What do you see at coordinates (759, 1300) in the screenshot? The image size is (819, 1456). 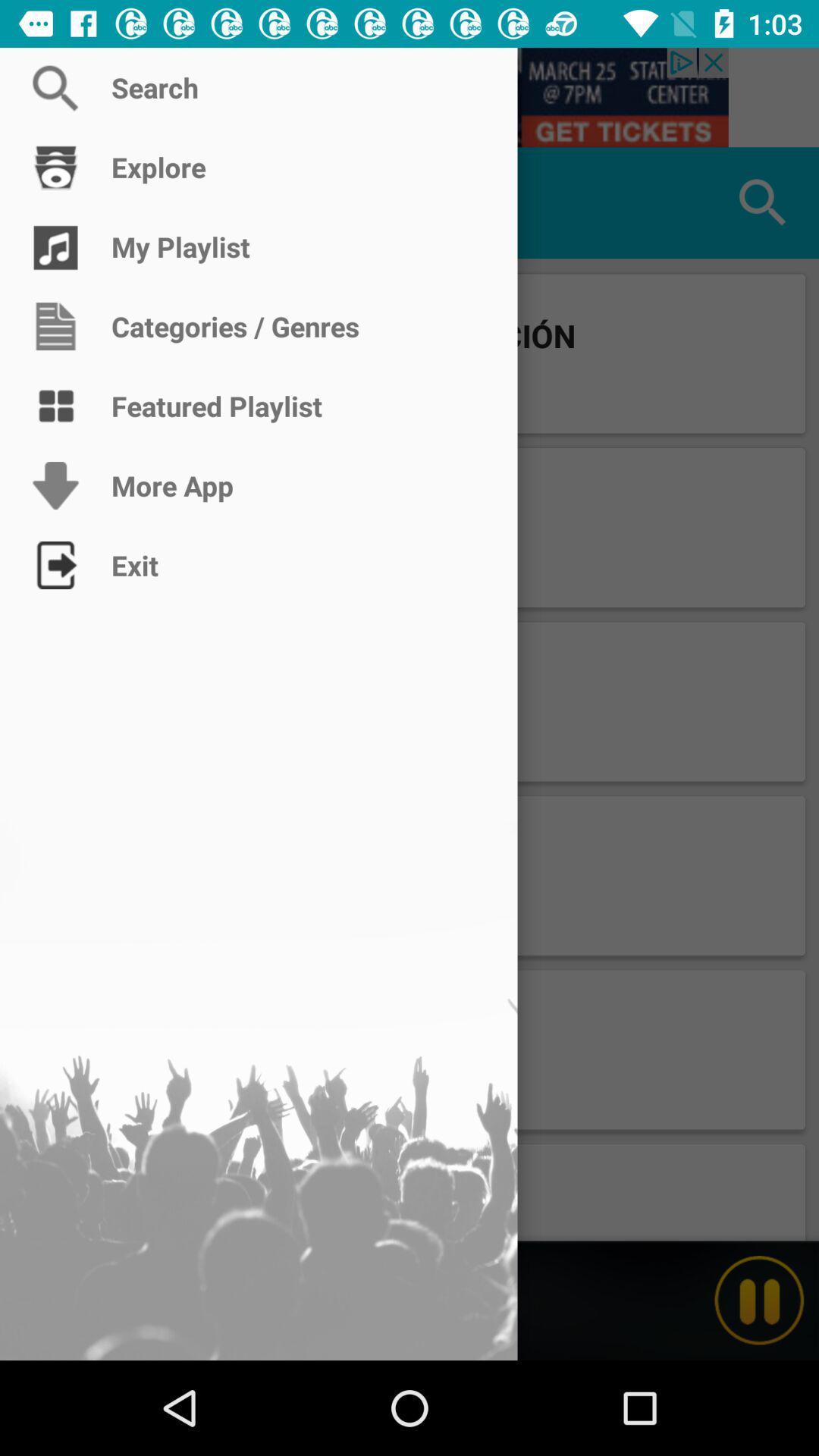 I see `the pause icon` at bounding box center [759, 1300].